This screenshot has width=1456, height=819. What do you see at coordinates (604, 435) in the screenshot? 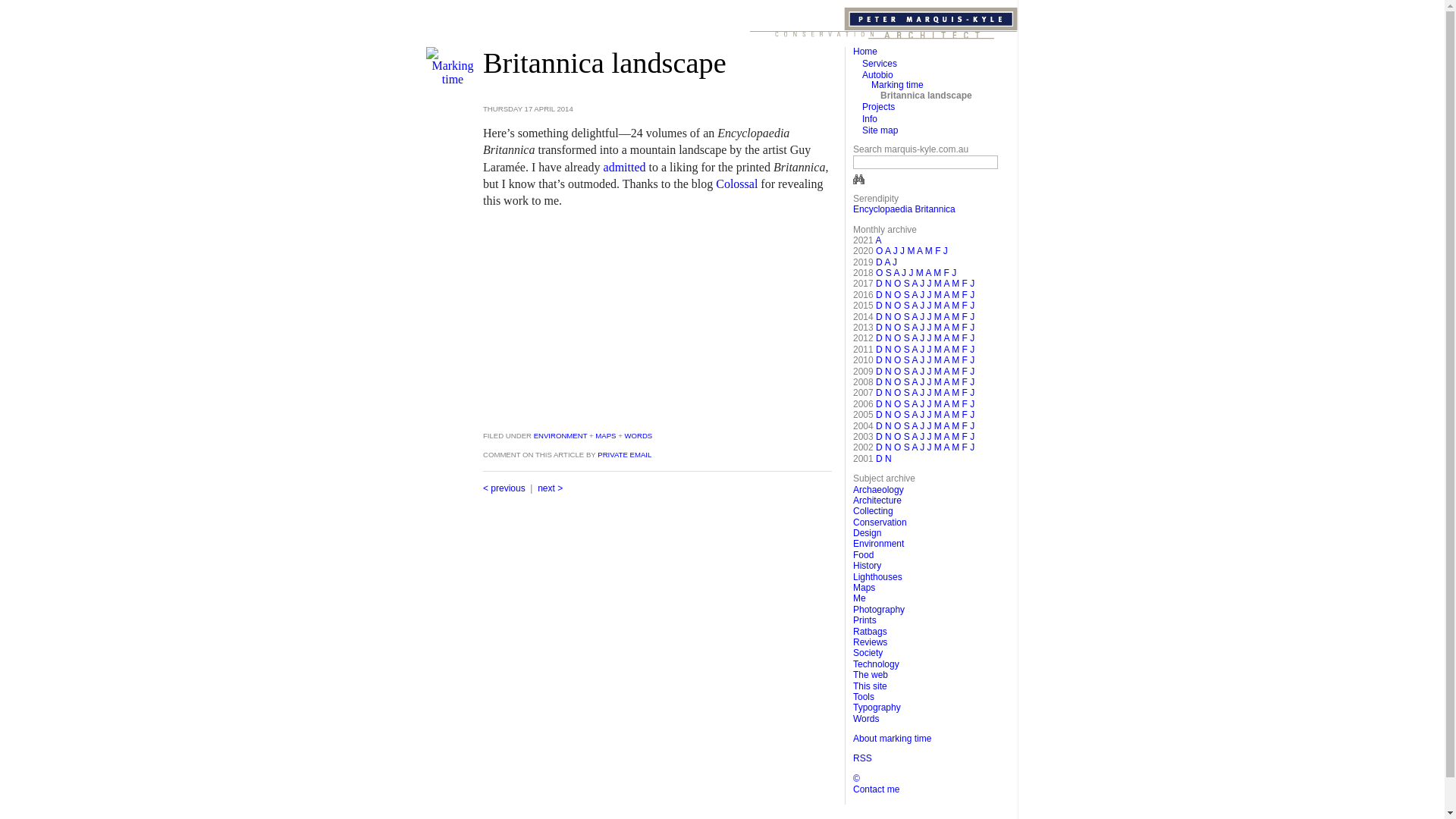
I see `'MAPS'` at bounding box center [604, 435].